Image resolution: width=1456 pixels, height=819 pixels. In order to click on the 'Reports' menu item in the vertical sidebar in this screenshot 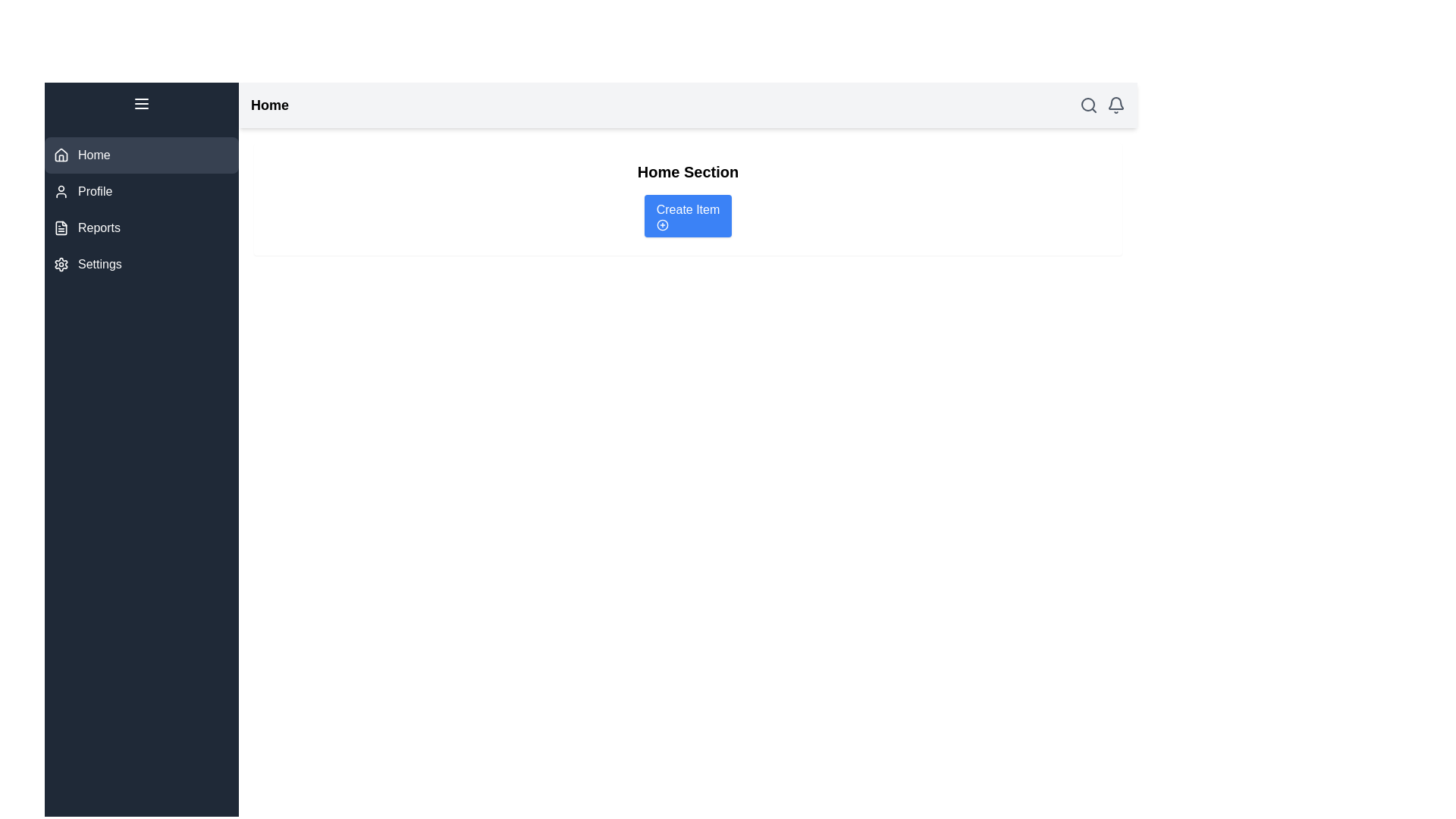, I will do `click(142, 210)`.